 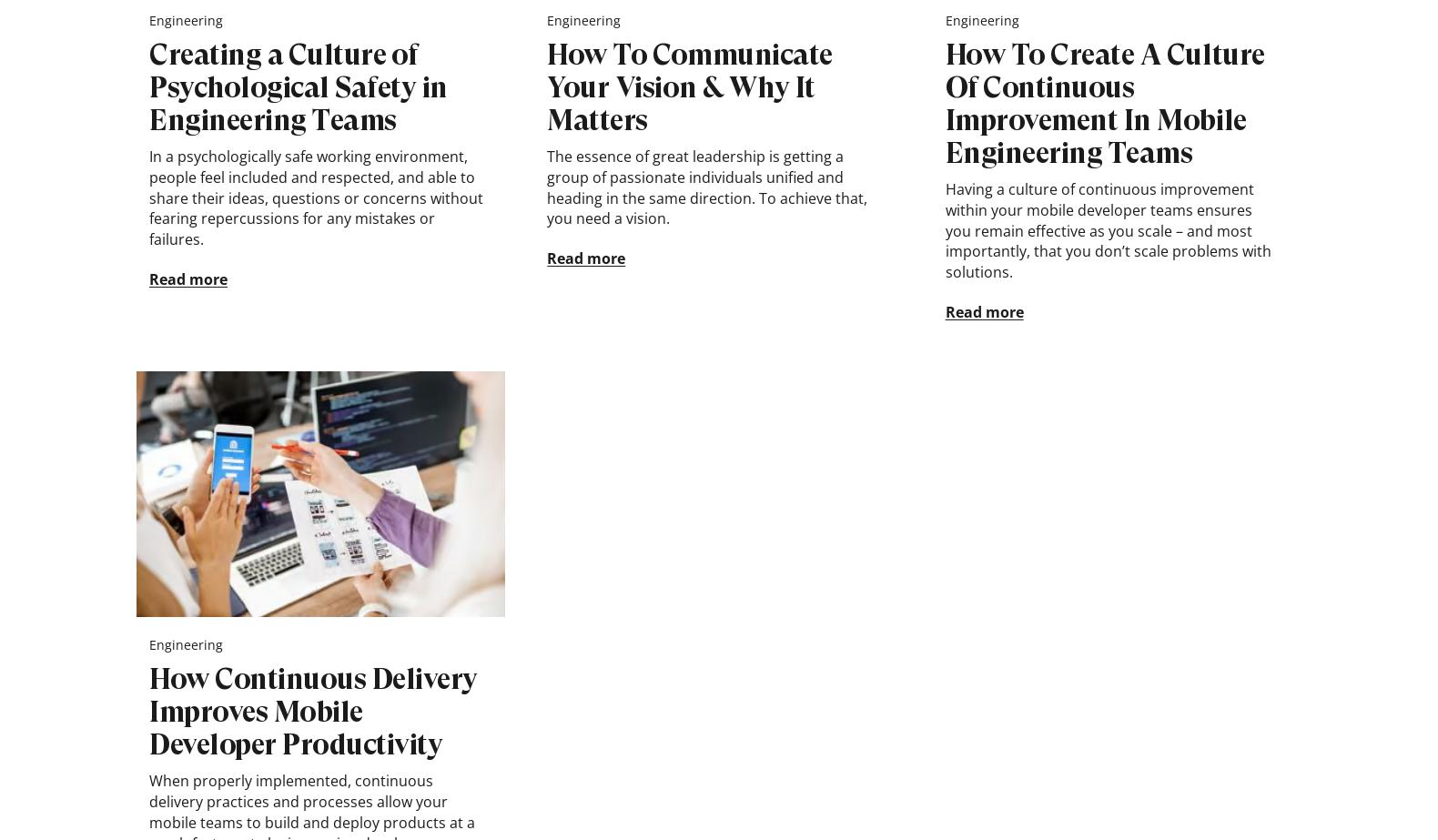 I want to click on 'Follow Novoda', so click(x=241, y=50).